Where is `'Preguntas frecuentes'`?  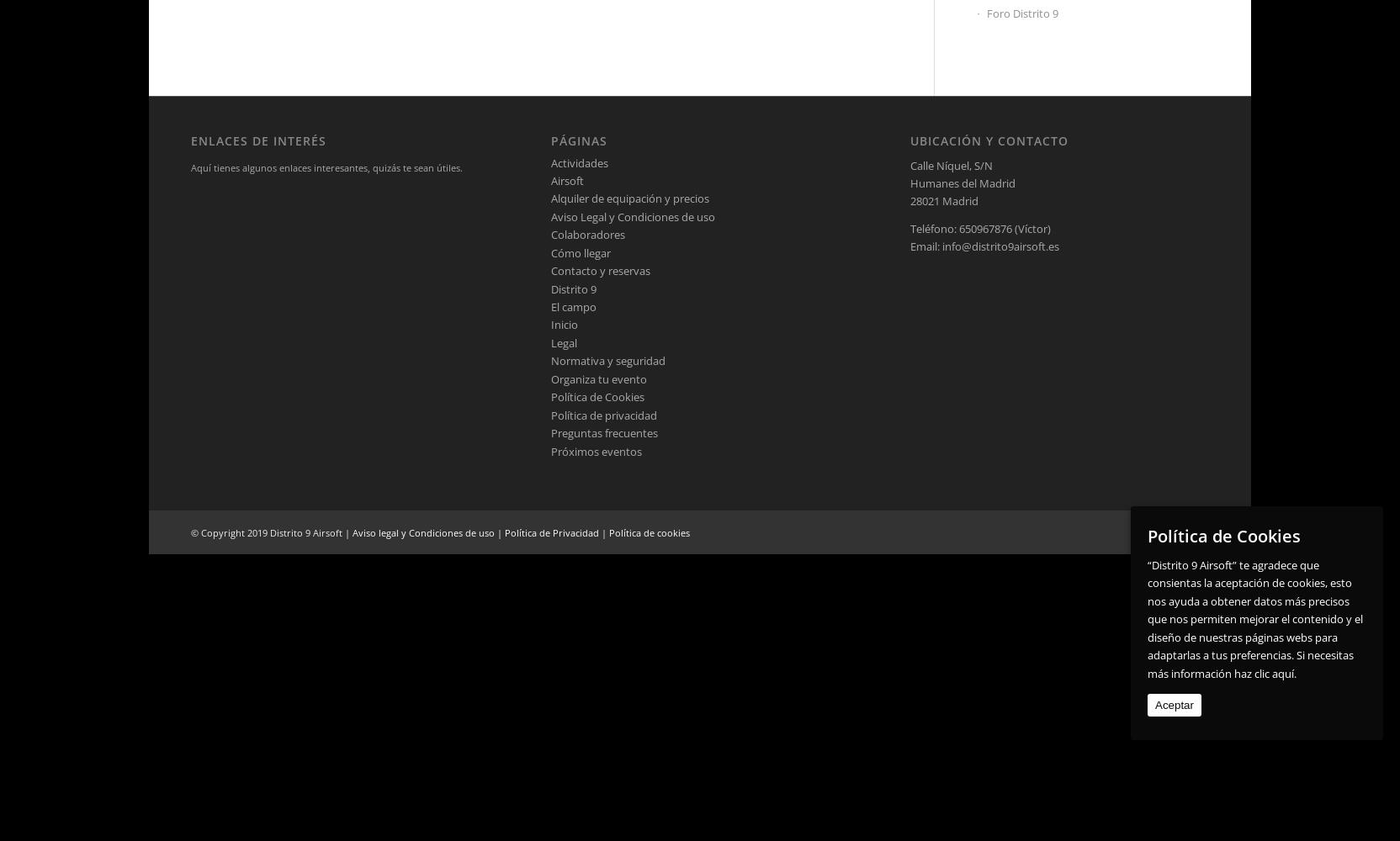 'Preguntas frecuentes' is located at coordinates (602, 433).